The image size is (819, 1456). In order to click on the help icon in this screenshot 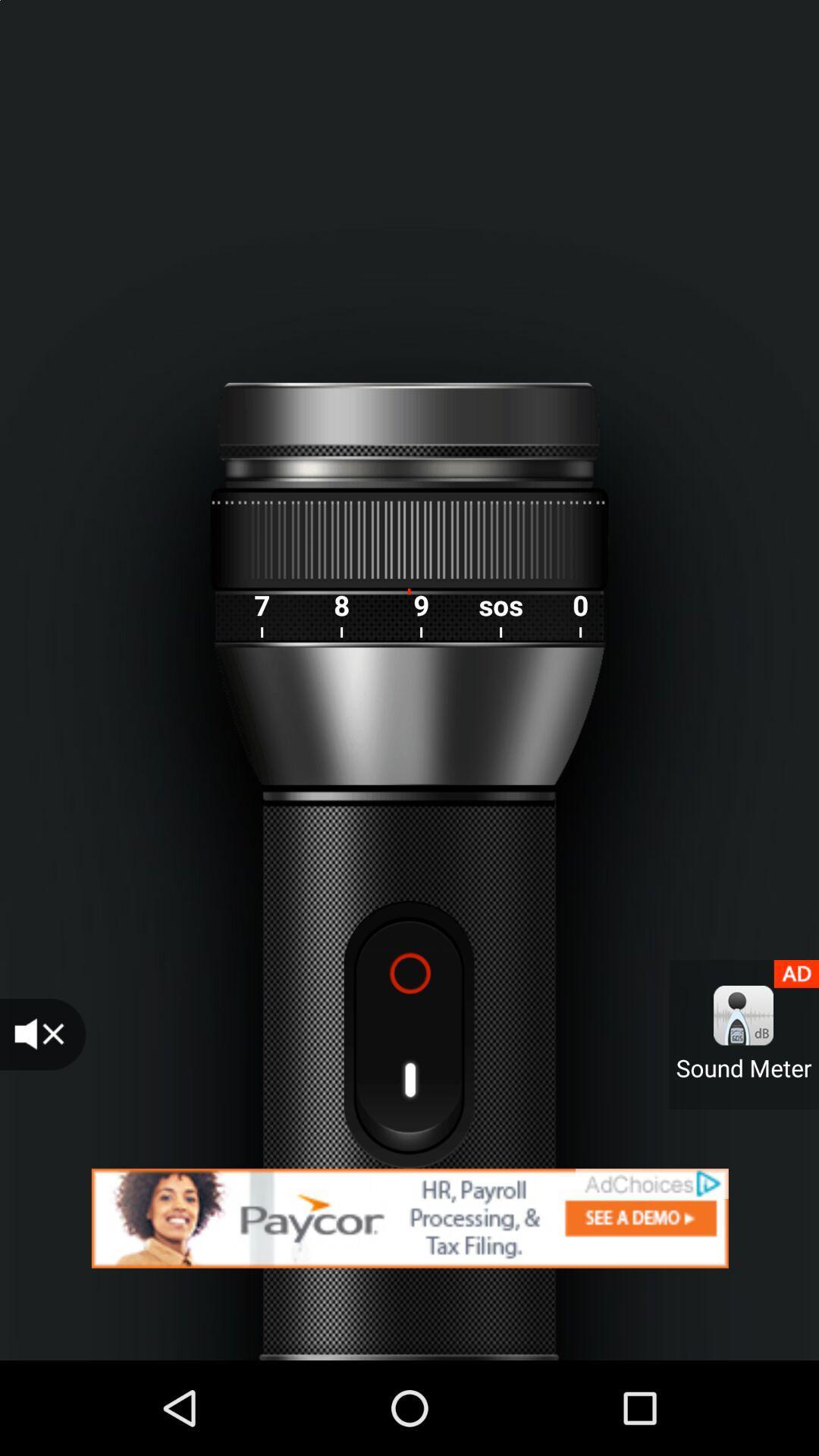, I will do `click(408, 1034)`.